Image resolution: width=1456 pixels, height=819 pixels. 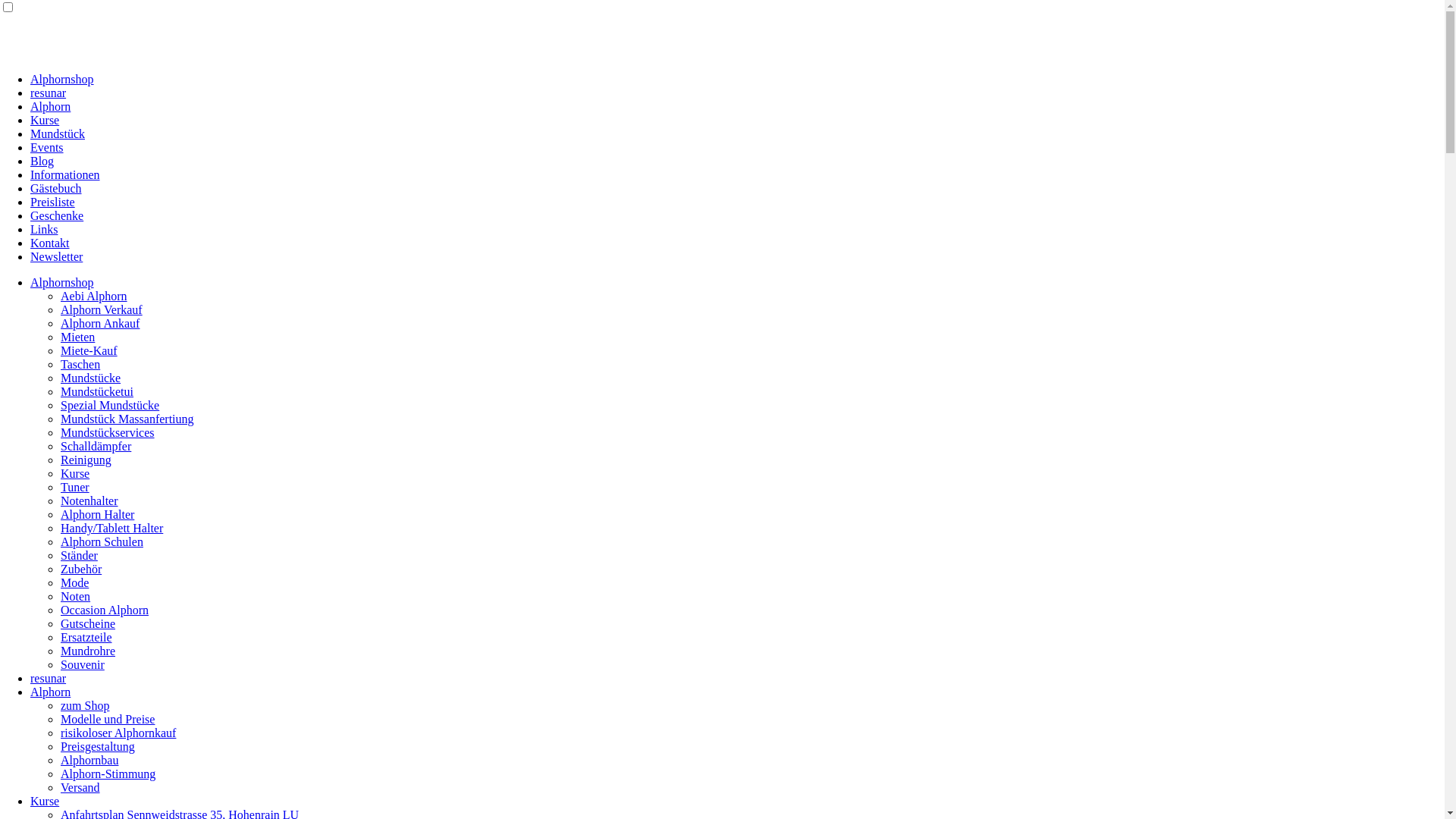 What do you see at coordinates (107, 718) in the screenshot?
I see `'Modelle und Preise'` at bounding box center [107, 718].